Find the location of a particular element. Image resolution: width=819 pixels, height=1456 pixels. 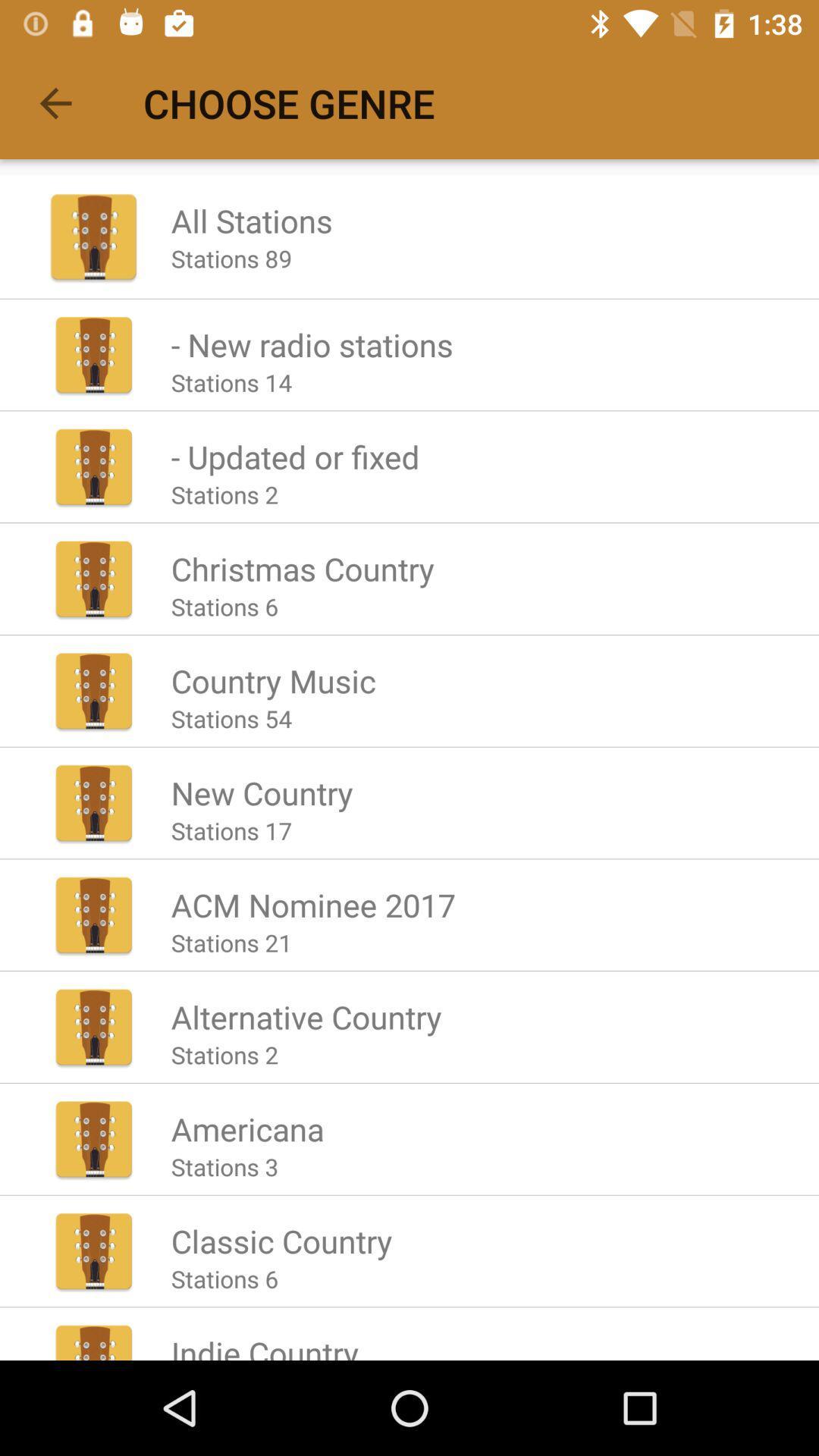

the stations 89 icon is located at coordinates (231, 258).